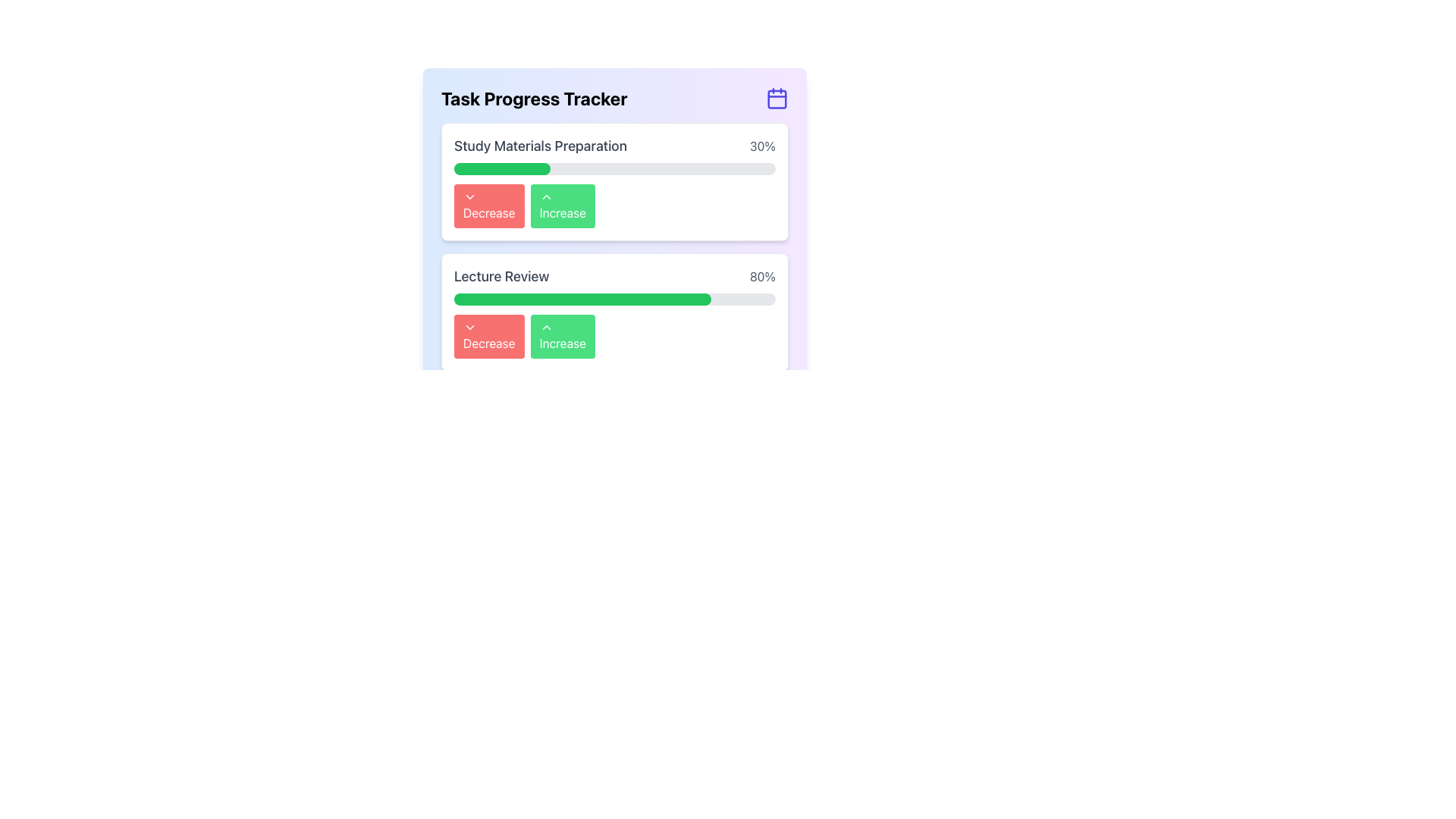  I want to click on the visual feedback of the downward-facing chevron icon inside the red 'Decrease' button labeled with white text, positioned in the bottom row of the panel for the 'Lecture Review' task, so click(469, 327).